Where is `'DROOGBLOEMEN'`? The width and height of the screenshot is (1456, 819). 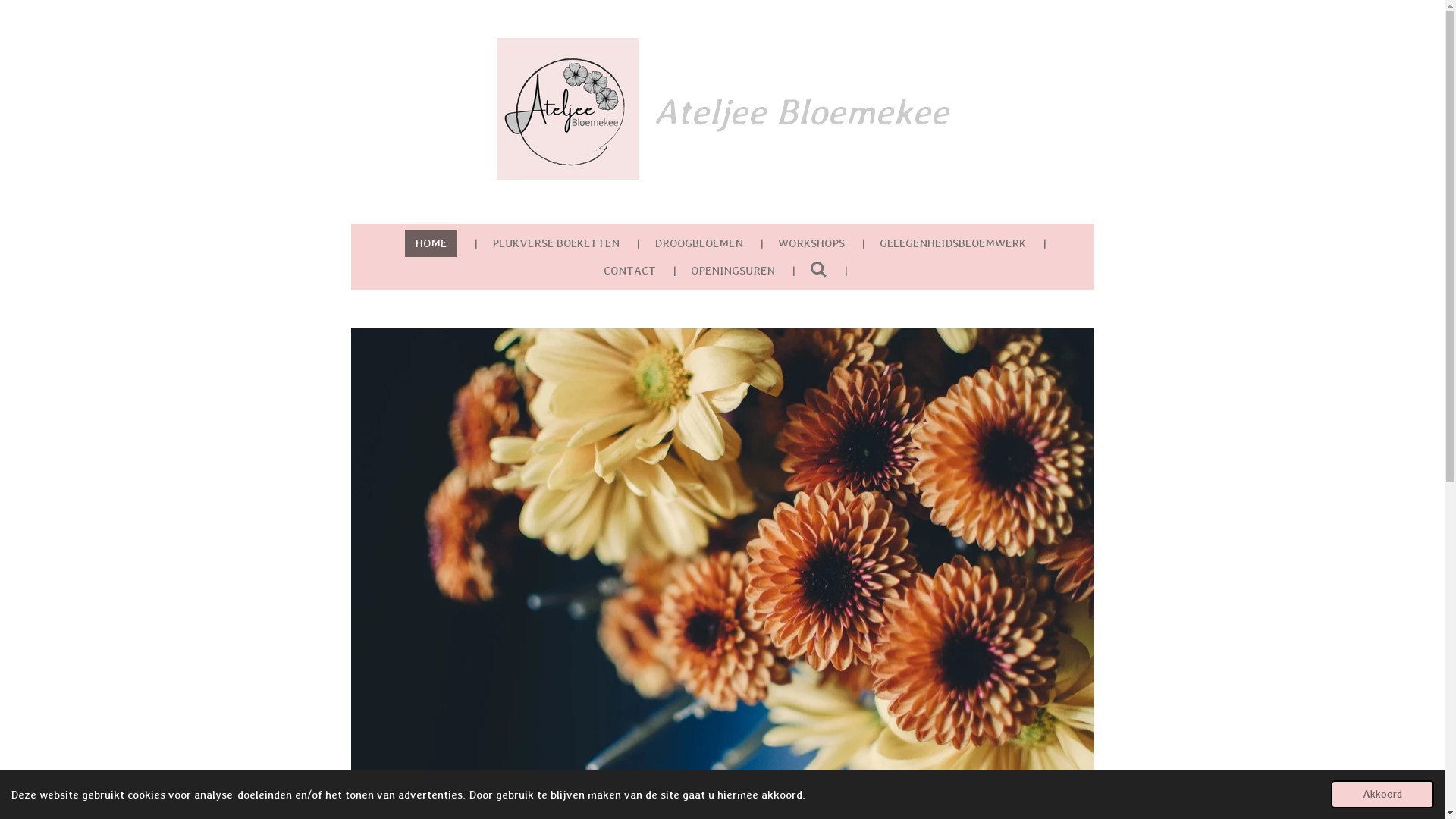
'DROOGBLOEMEN' is located at coordinates (644, 242).